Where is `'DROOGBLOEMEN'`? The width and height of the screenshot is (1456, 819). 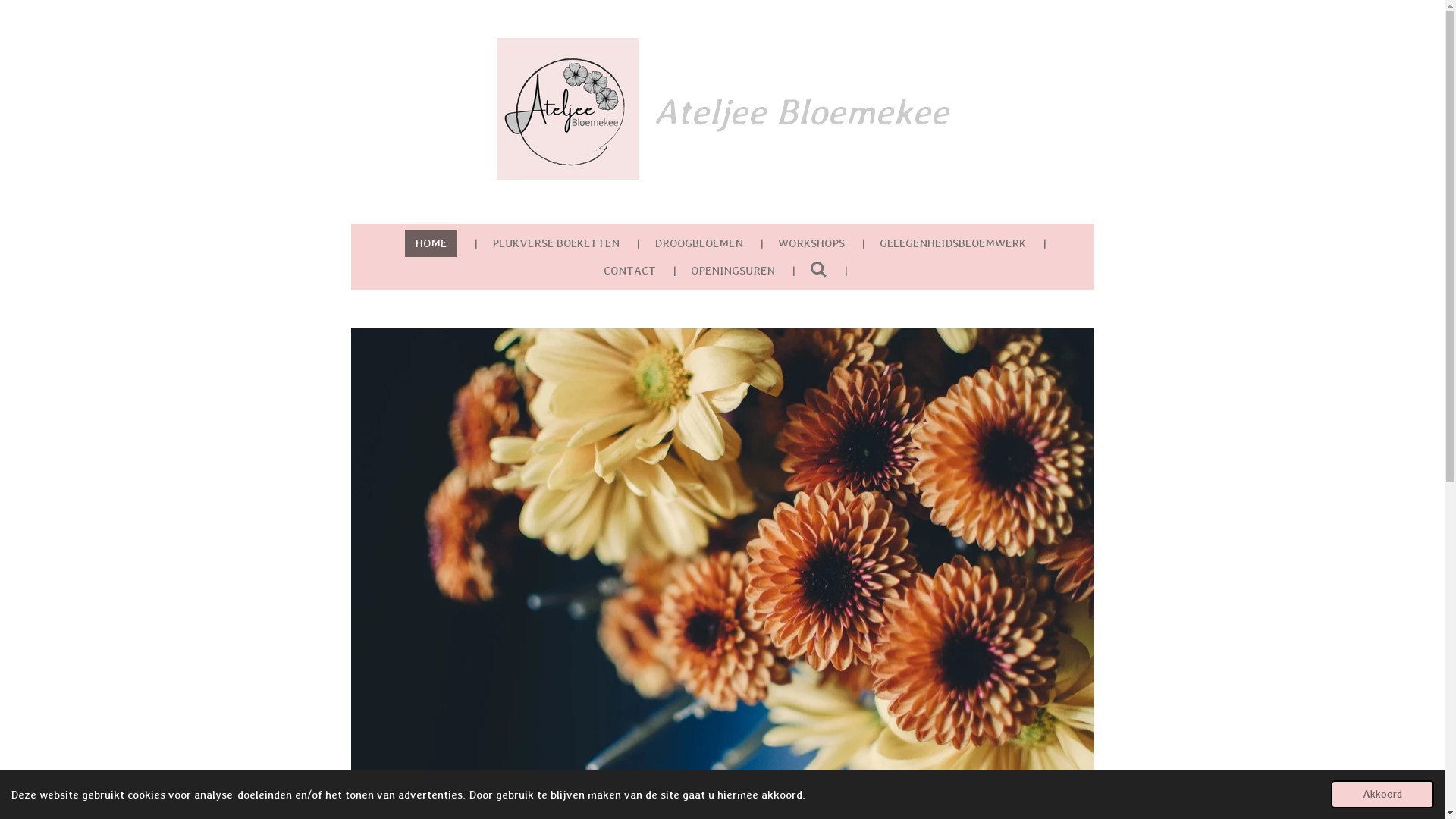
'DROOGBLOEMEN' is located at coordinates (644, 242).